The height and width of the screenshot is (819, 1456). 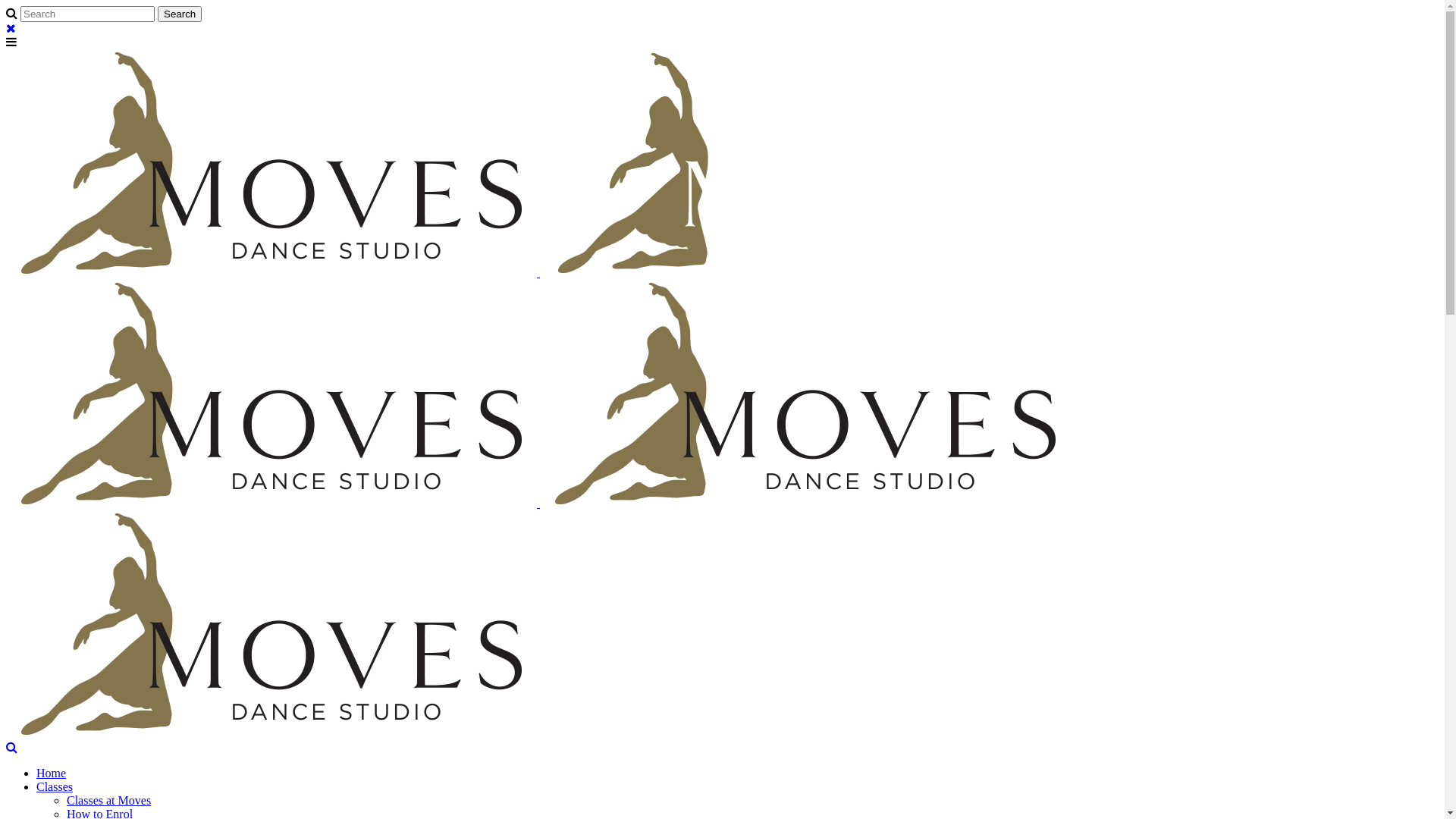 I want to click on 'Home', so click(x=51, y=773).